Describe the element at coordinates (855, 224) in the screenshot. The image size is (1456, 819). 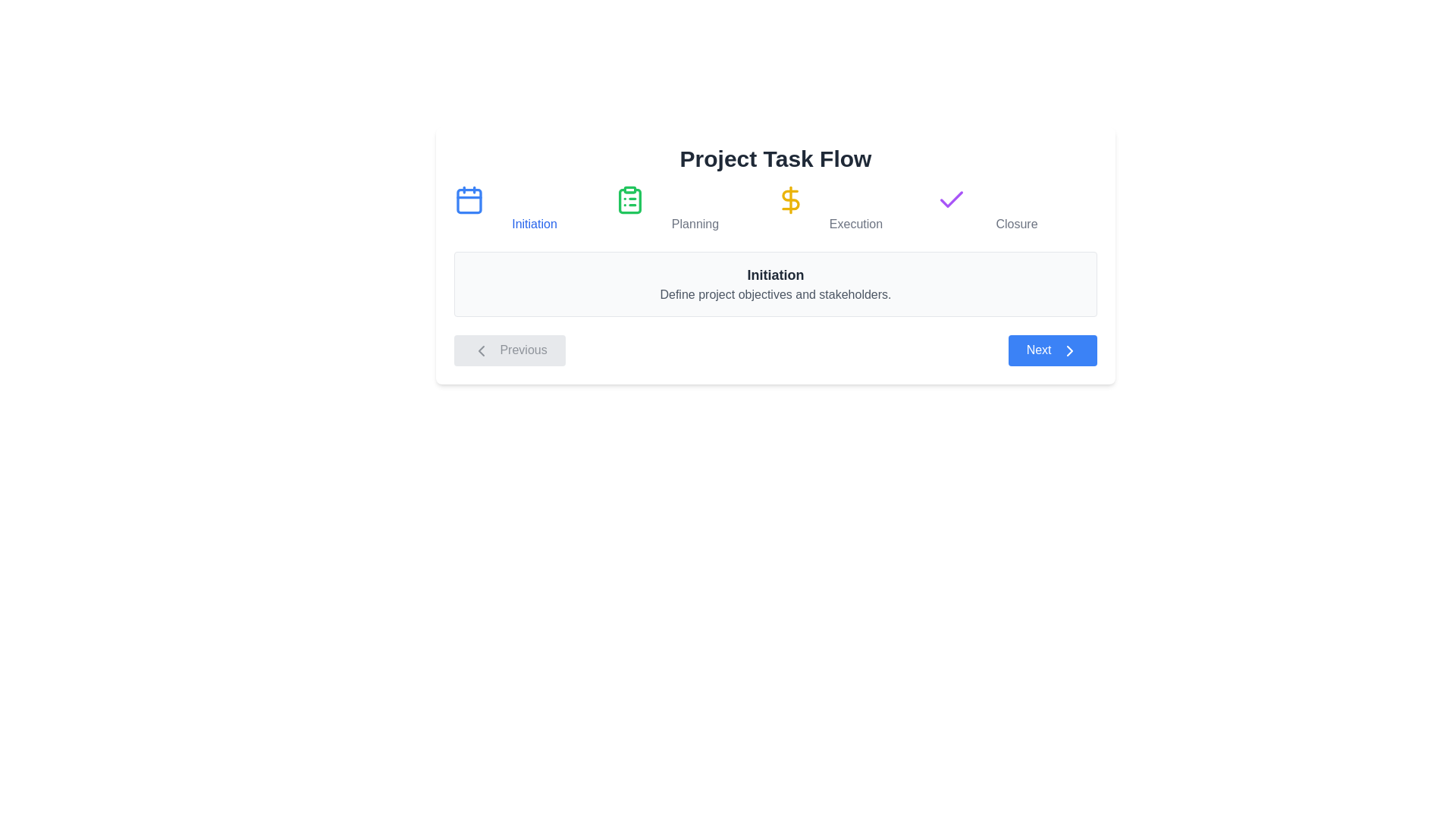
I see `the text label reading 'Execution', which is centrally placed below a yellow dollar sign icon in the third section of a four-part horizontal navigation component` at that location.